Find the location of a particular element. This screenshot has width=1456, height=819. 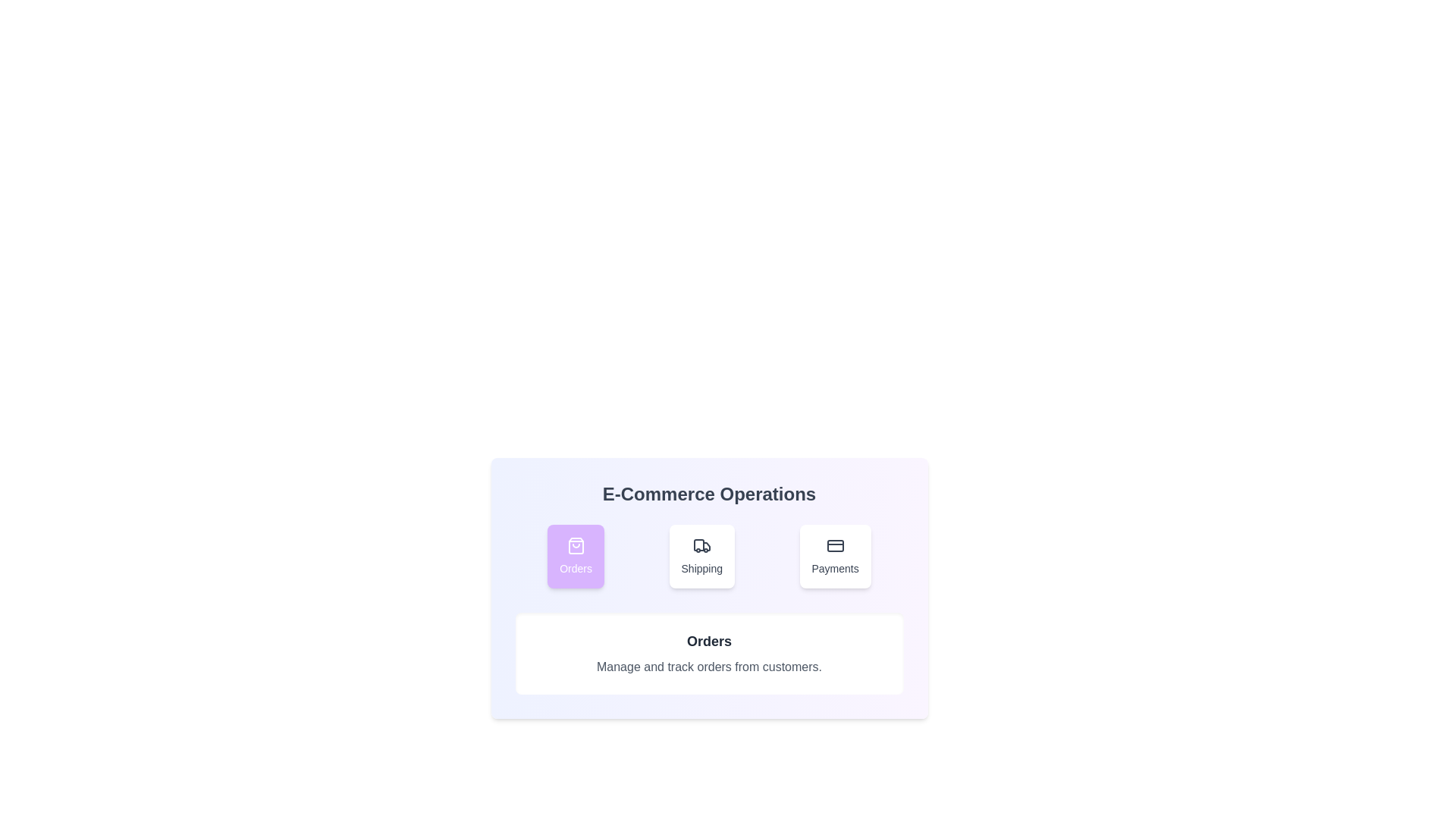

the shopping bag icon located within the 'Orders' section of the interface, which is the leftmost icon in a horizontal row of three, below the header 'E-Commerce Operations' is located at coordinates (575, 546).